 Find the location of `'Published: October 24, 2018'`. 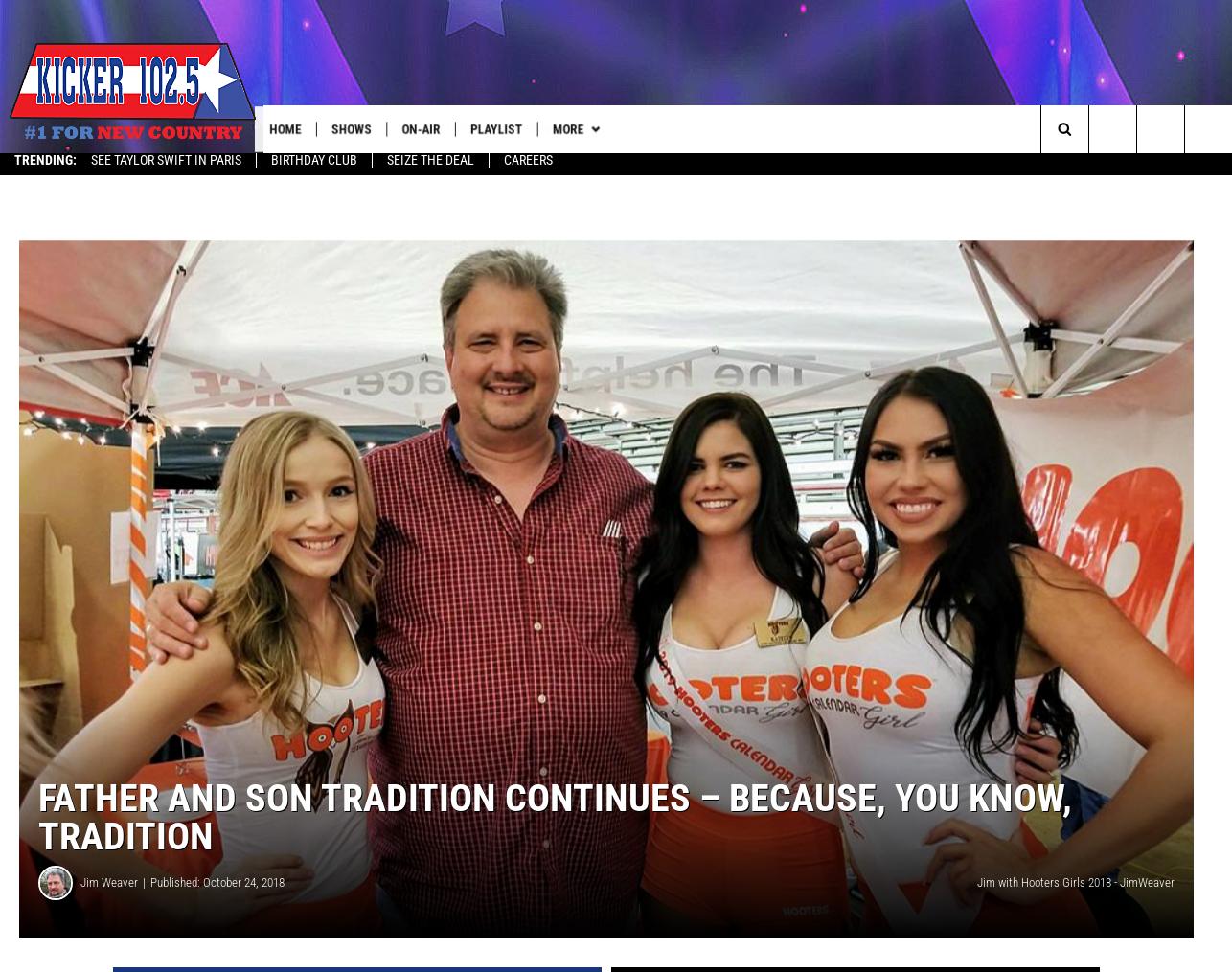

'Published: October 24, 2018' is located at coordinates (217, 890).